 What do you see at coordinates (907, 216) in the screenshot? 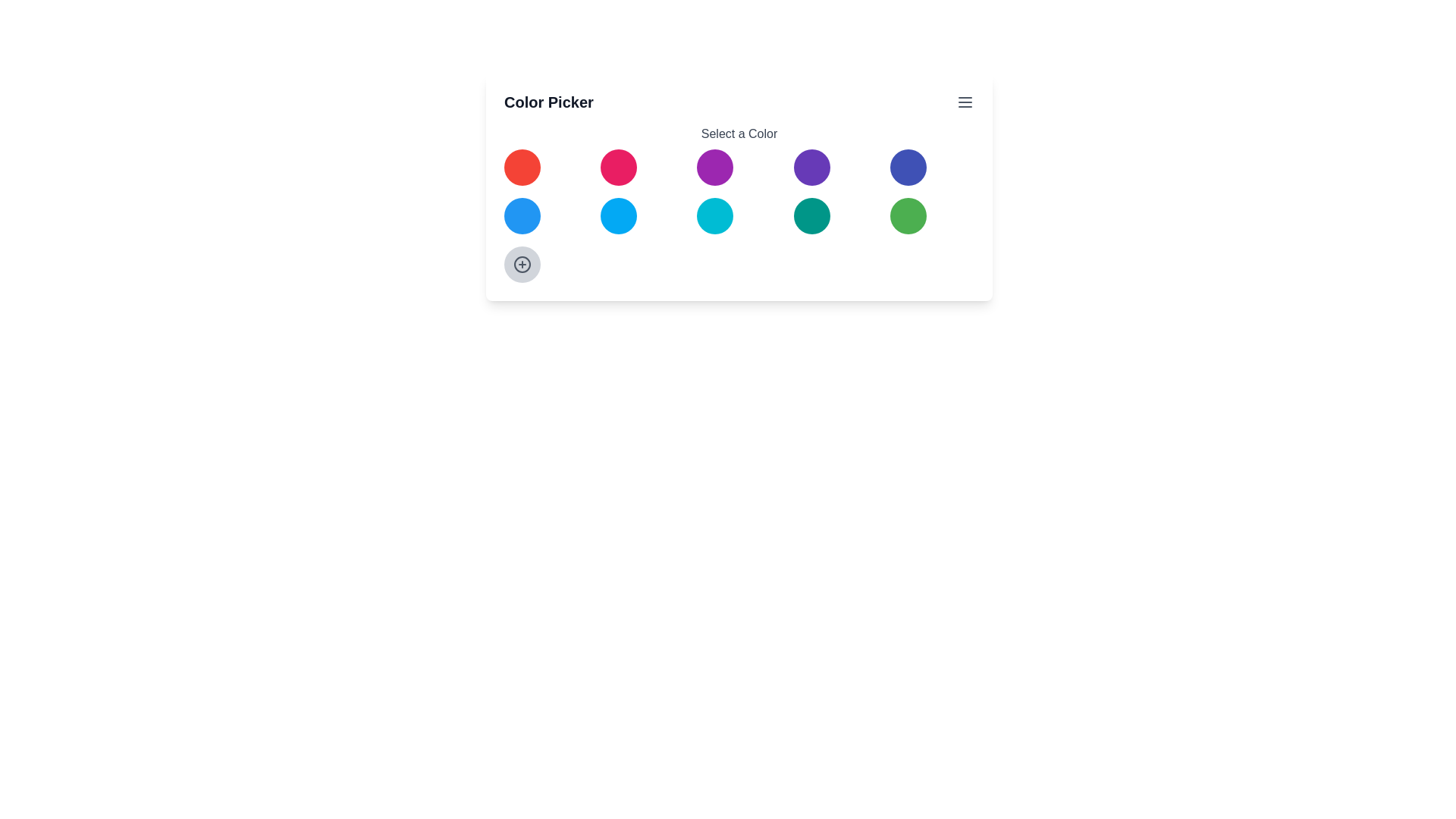
I see `the color circle with color green` at bounding box center [907, 216].